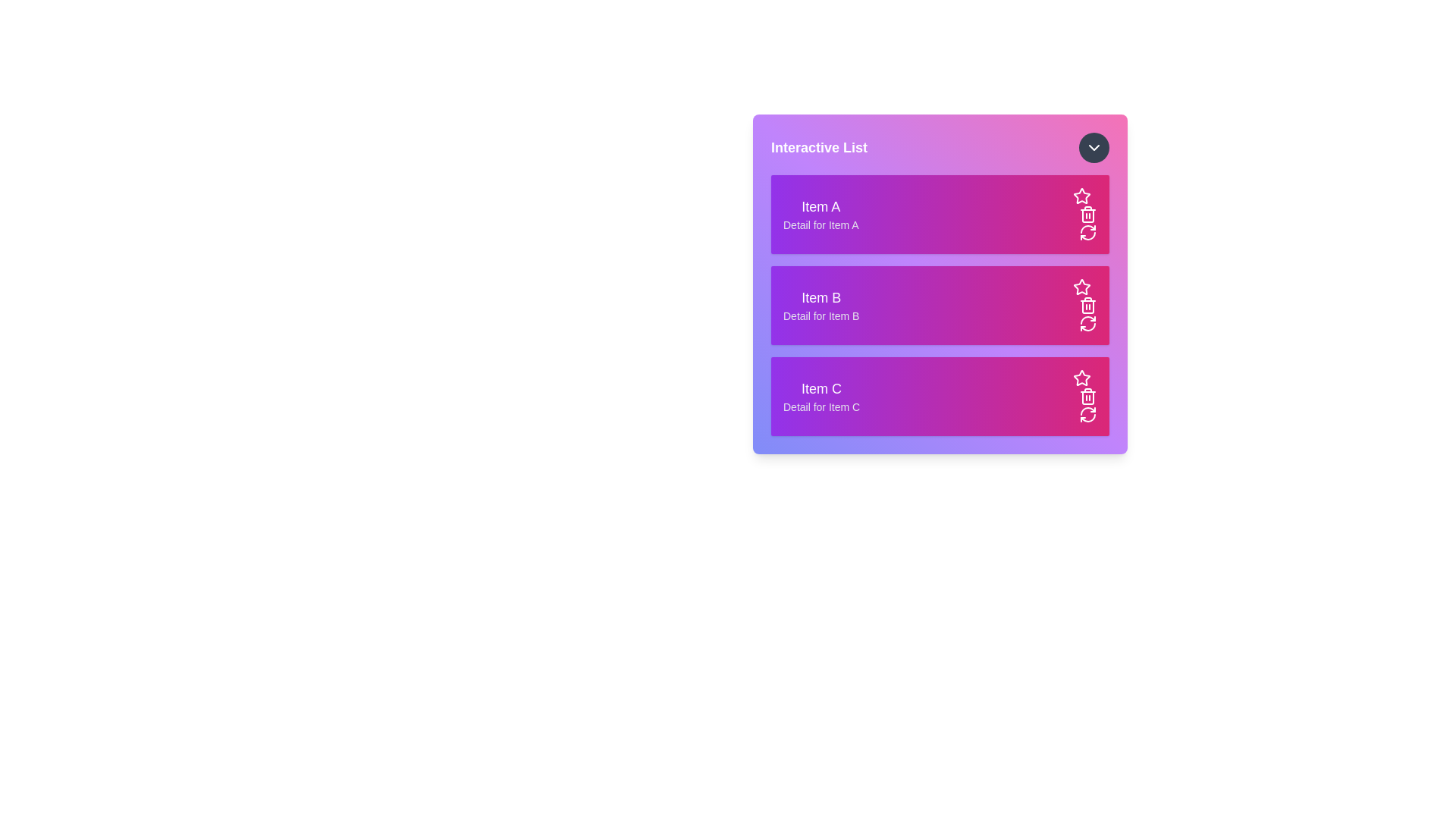 Image resolution: width=1456 pixels, height=819 pixels. Describe the element at coordinates (1081, 377) in the screenshot. I see `the star icon for Item C to mark it as favorite` at that location.